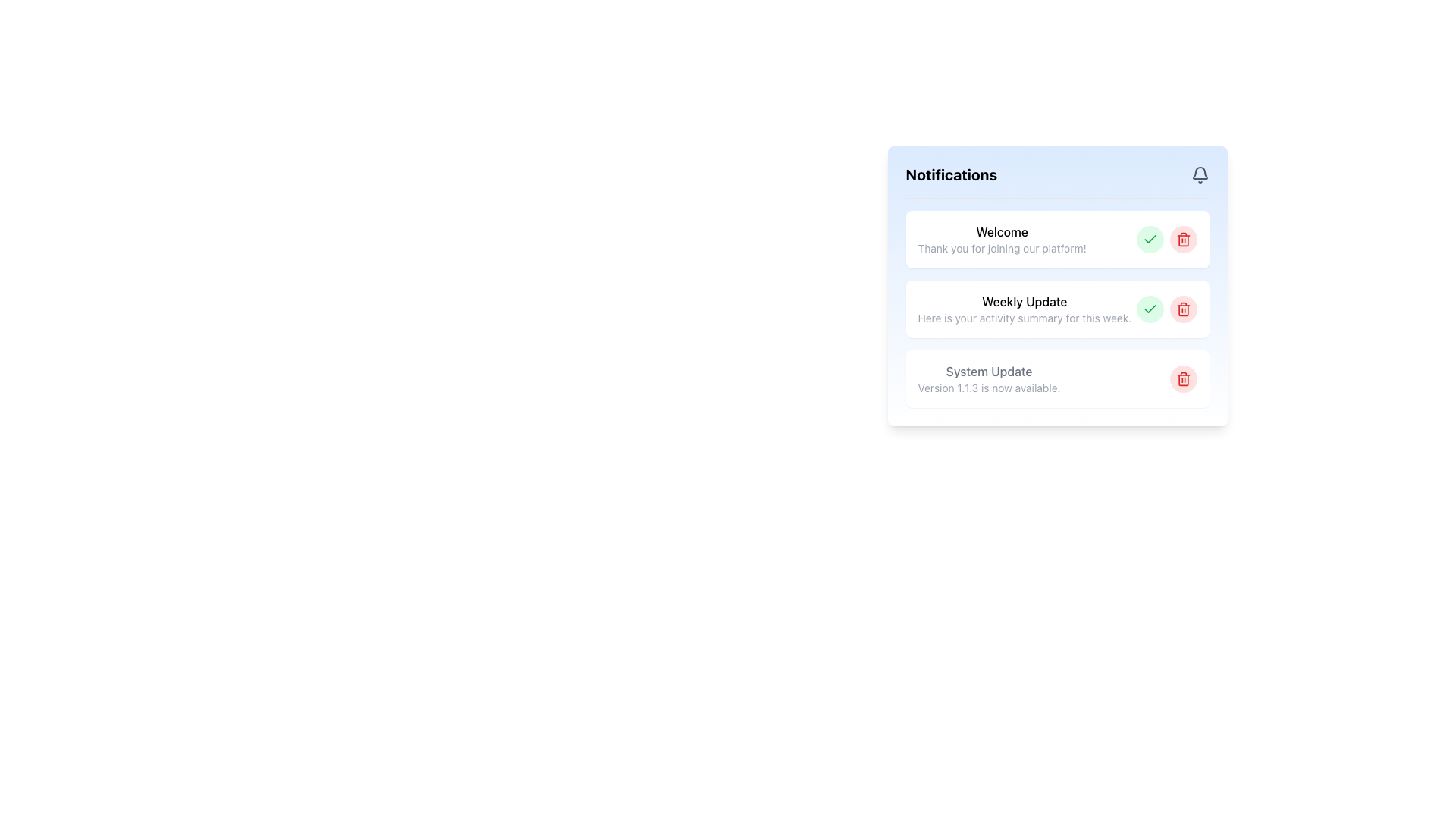  Describe the element at coordinates (1150, 239) in the screenshot. I see `the green checkmark icon located beside the text 'Weekly Update' in the notification section, indicating completion or success` at that location.